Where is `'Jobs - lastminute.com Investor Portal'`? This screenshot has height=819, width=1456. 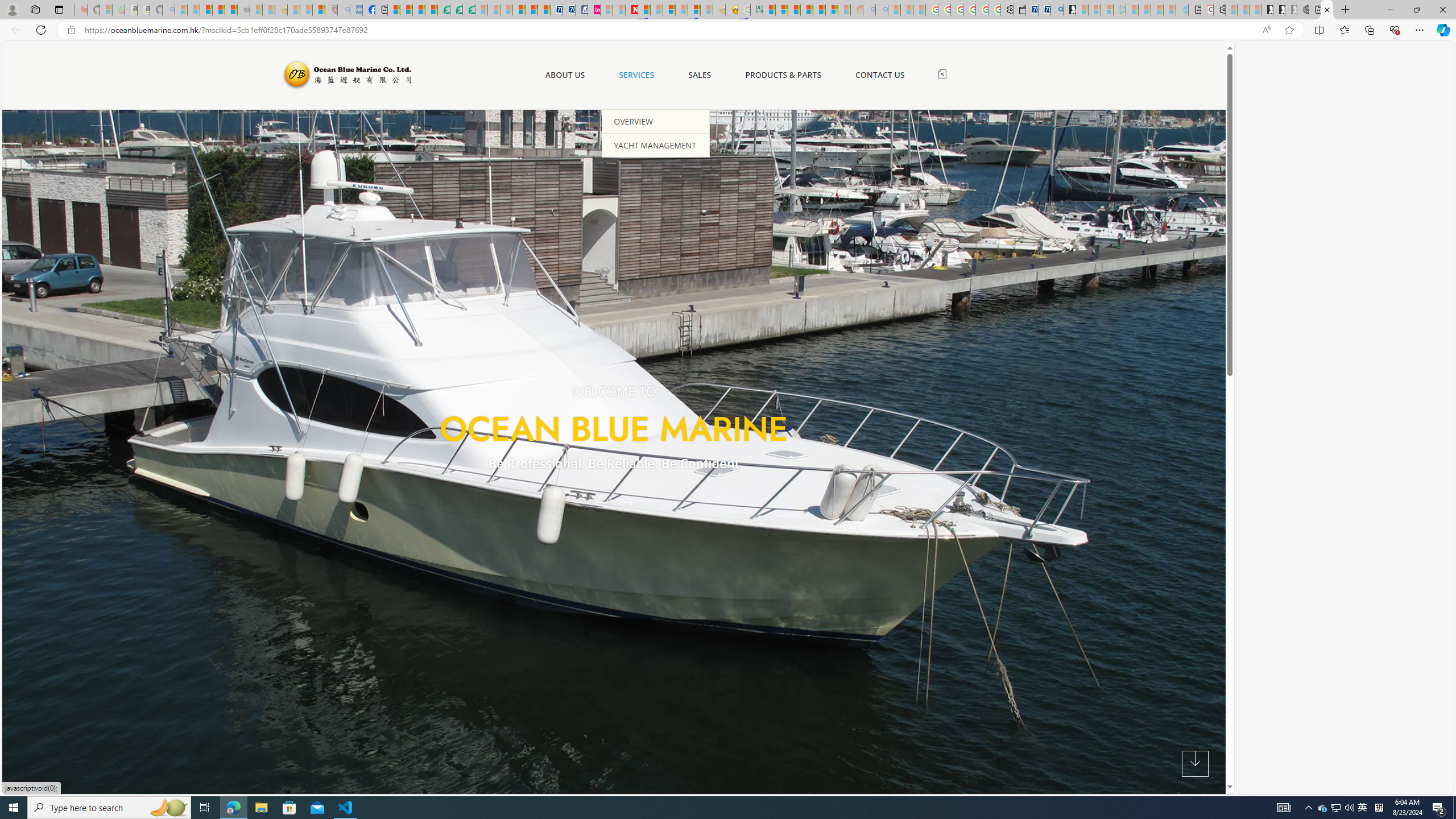 'Jobs - lastminute.com Investor Portal' is located at coordinates (593, 9).